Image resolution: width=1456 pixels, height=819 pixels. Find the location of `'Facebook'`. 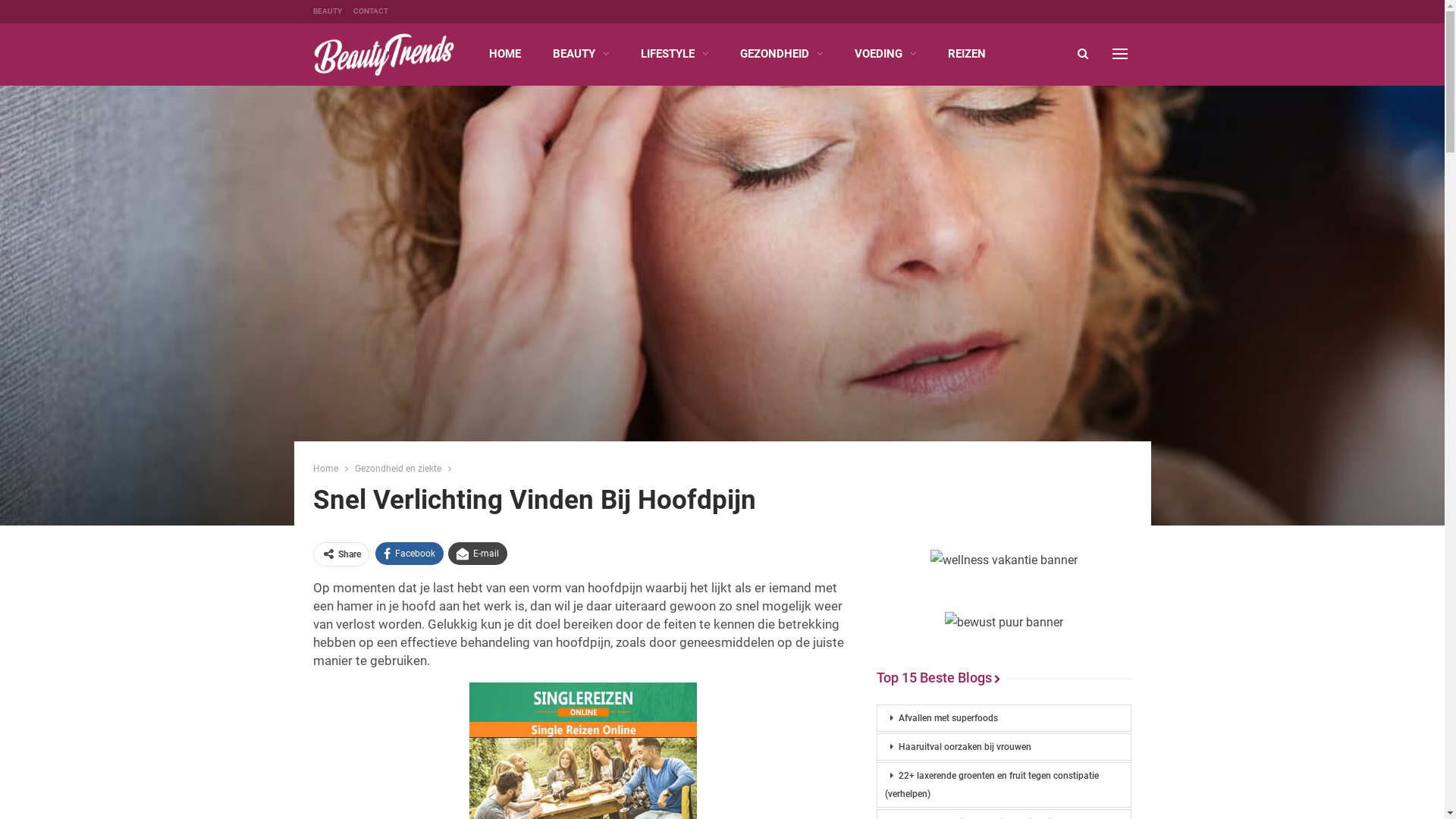

'Facebook' is located at coordinates (408, 553).